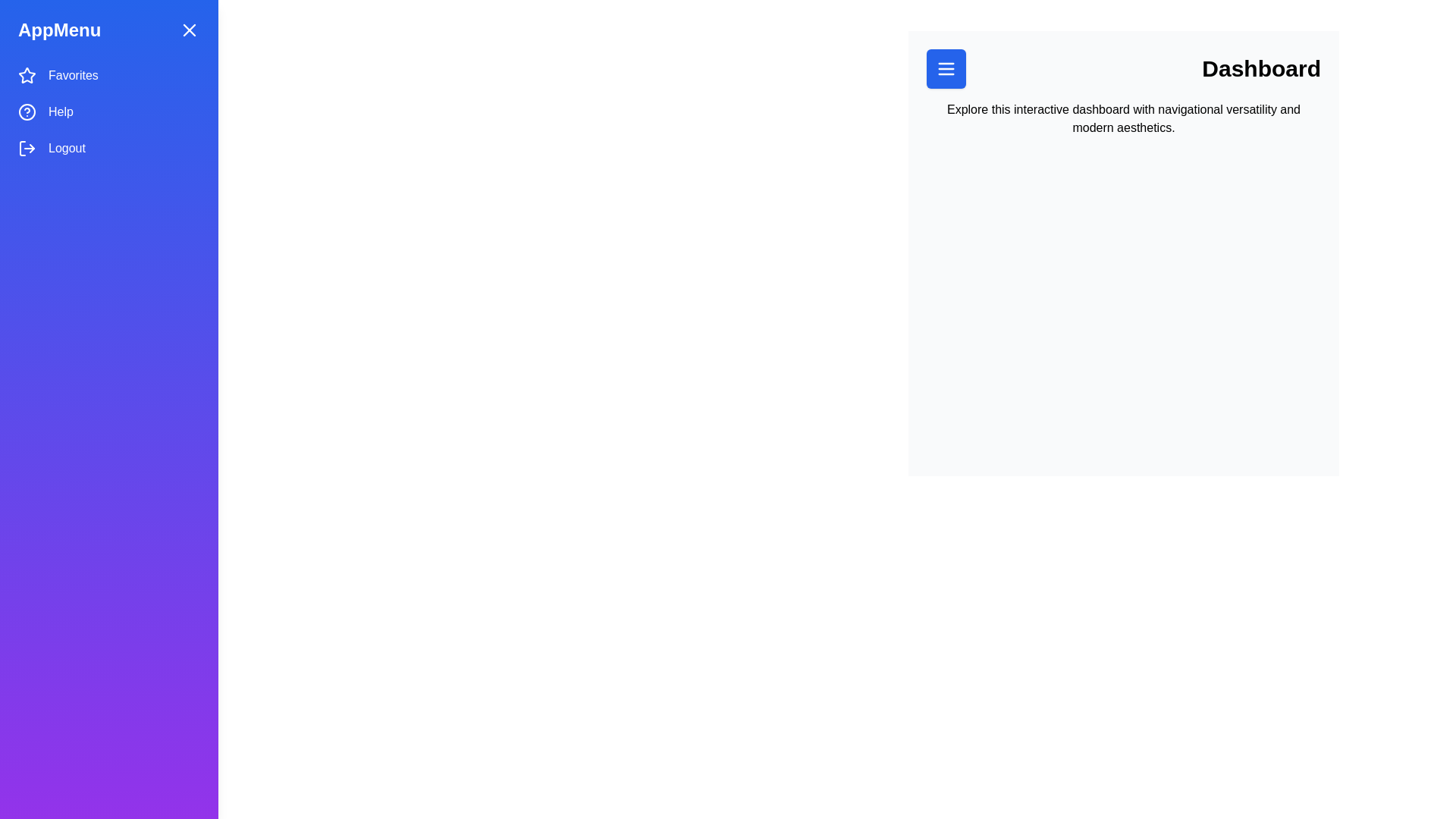 The width and height of the screenshot is (1456, 819). I want to click on the circular blue ring icon with a white question mark, located next to the 'Help' text, so click(27, 111).